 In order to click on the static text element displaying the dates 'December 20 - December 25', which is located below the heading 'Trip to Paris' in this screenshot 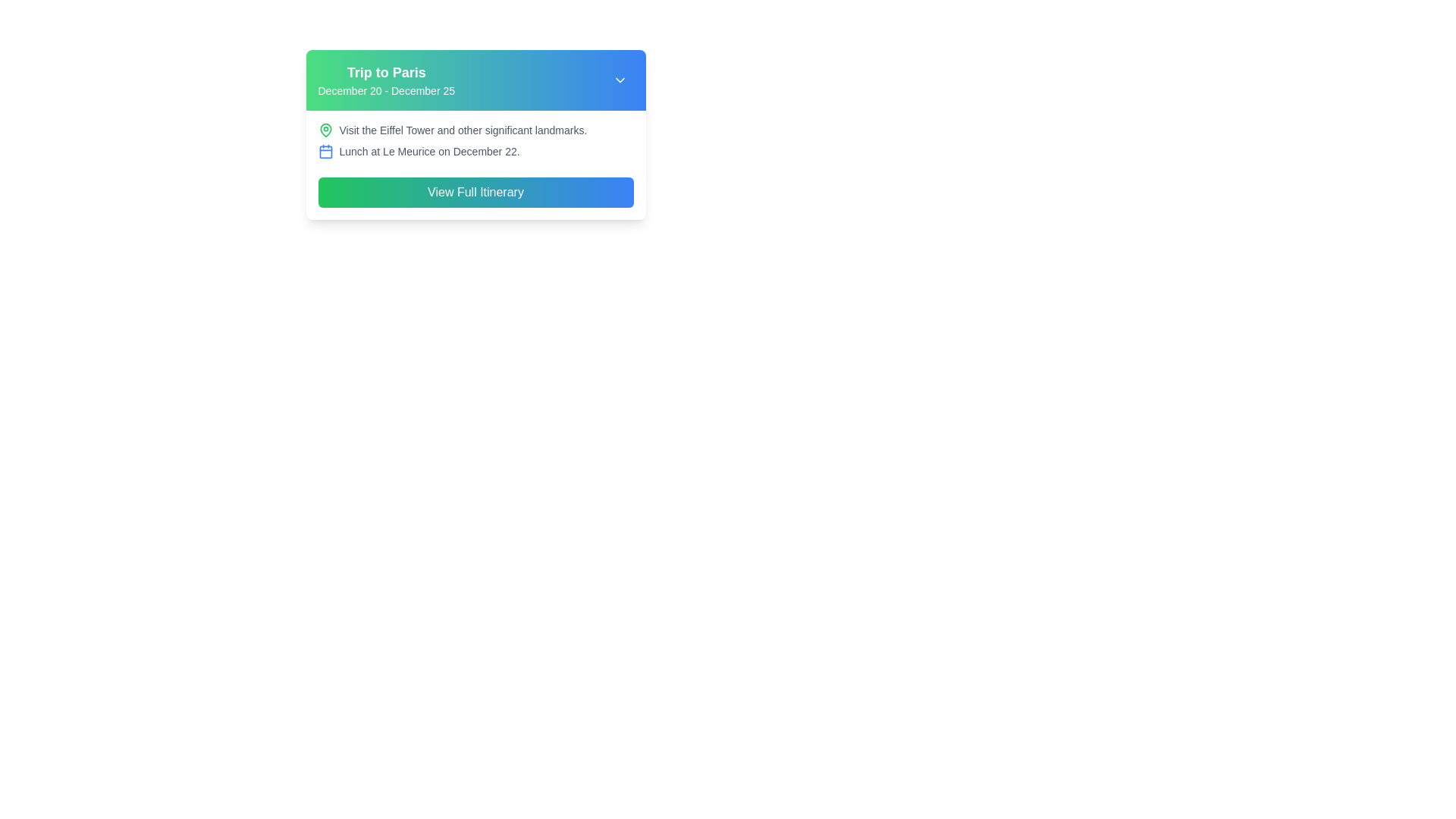, I will do `click(386, 90)`.